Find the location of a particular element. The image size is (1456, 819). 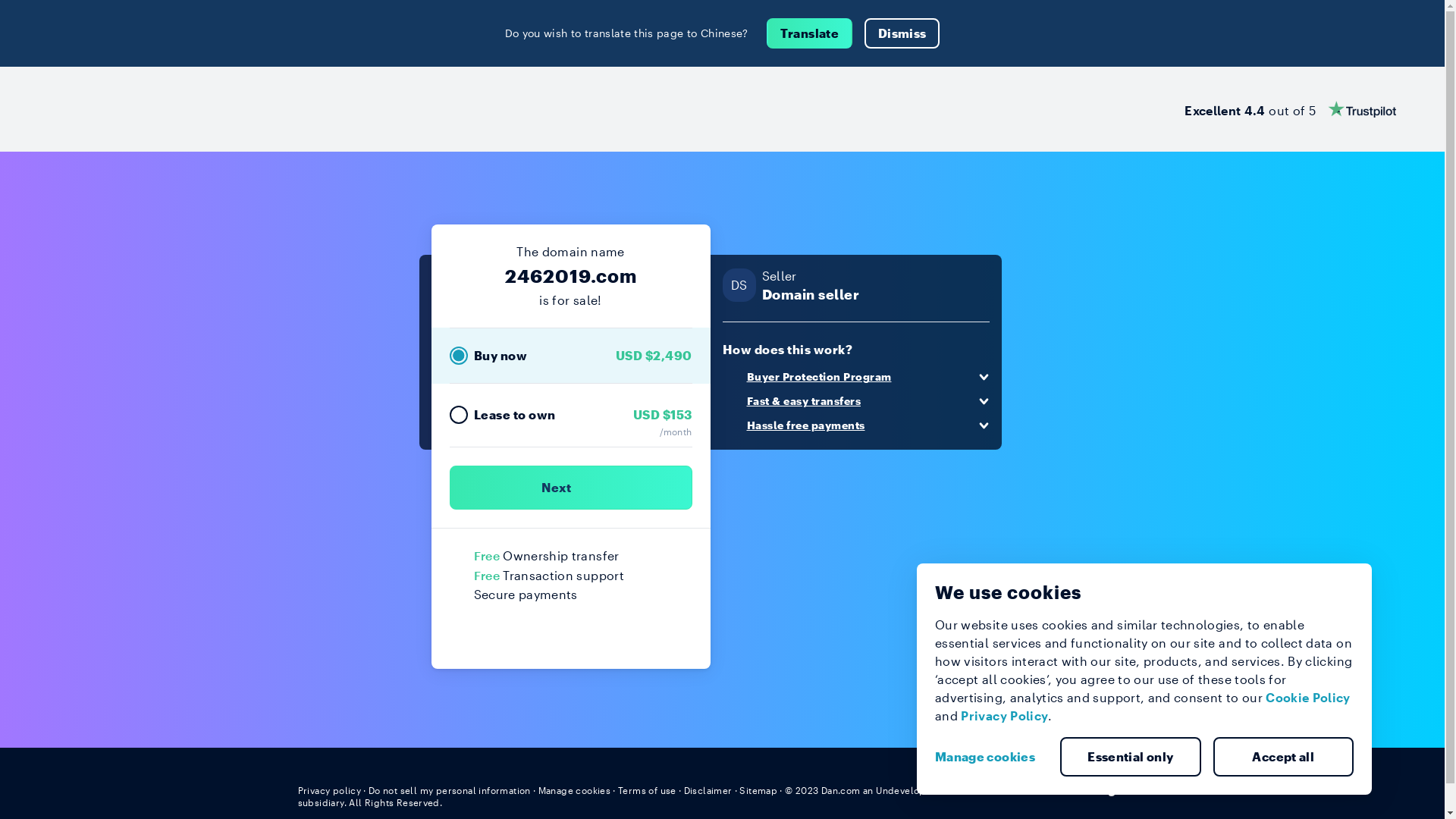

'Privacy Policy' is located at coordinates (1004, 715).